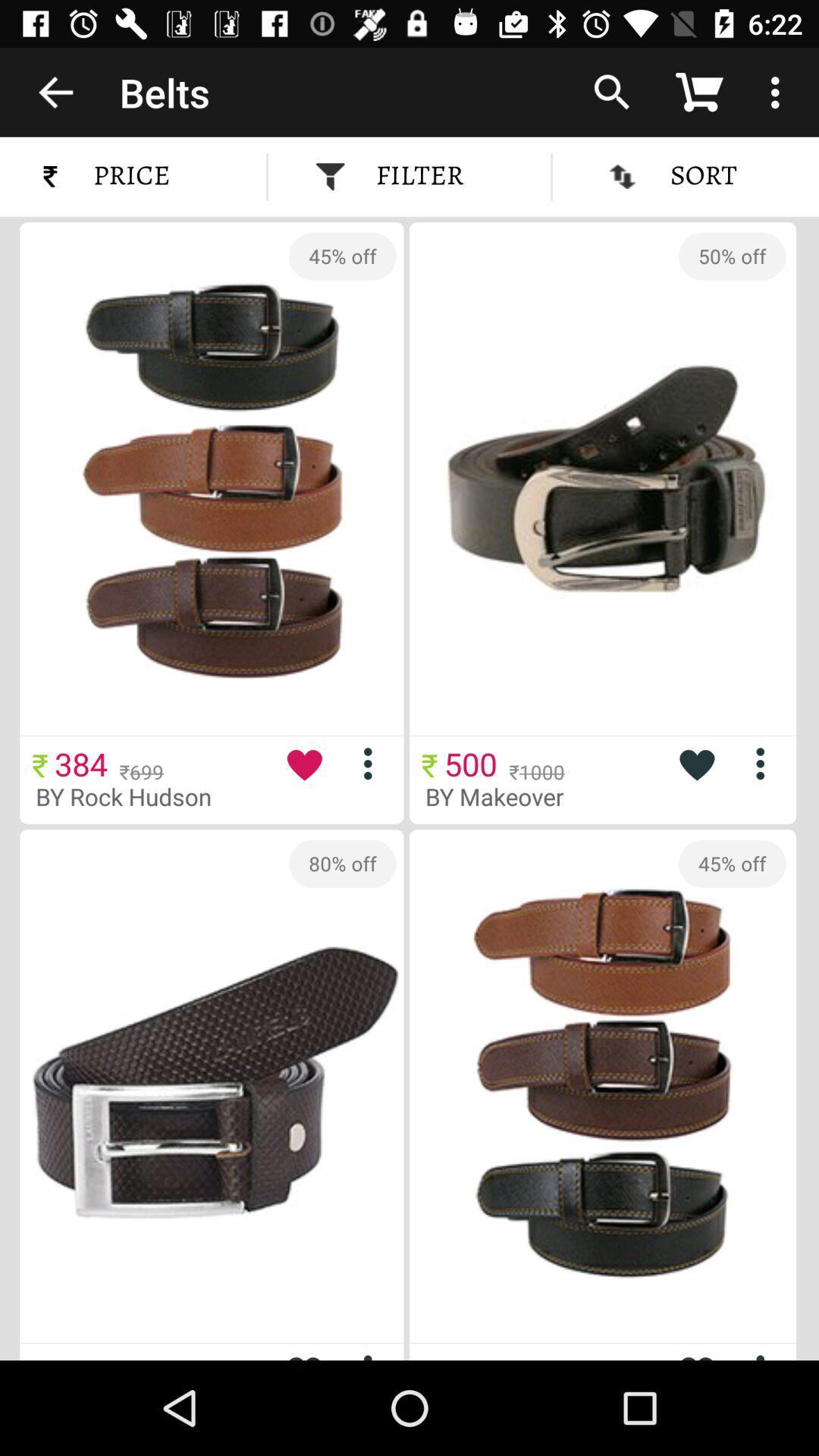  What do you see at coordinates (766, 764) in the screenshot?
I see `open more options` at bounding box center [766, 764].